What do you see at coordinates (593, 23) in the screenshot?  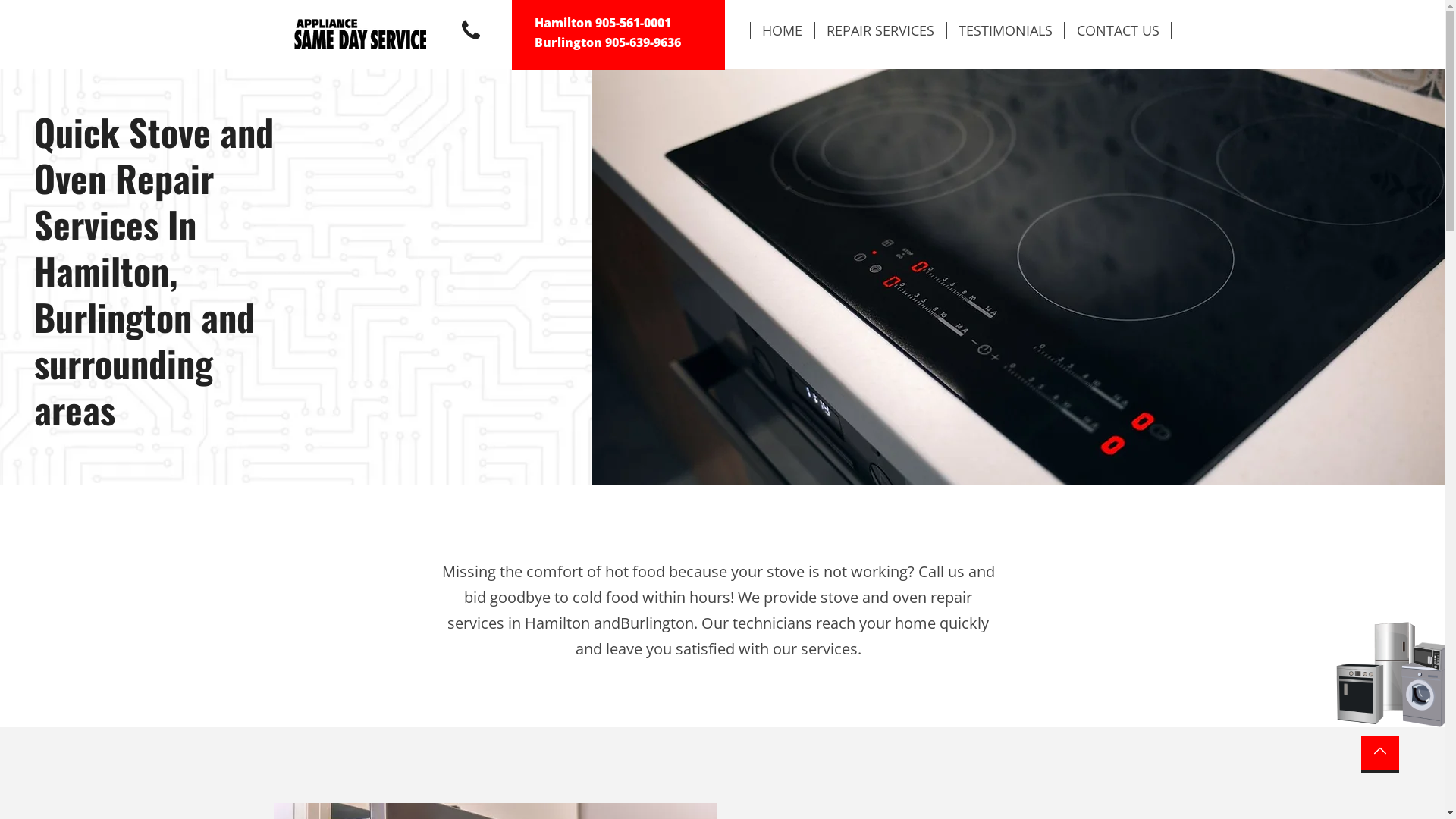 I see `'905-561-0001'` at bounding box center [593, 23].